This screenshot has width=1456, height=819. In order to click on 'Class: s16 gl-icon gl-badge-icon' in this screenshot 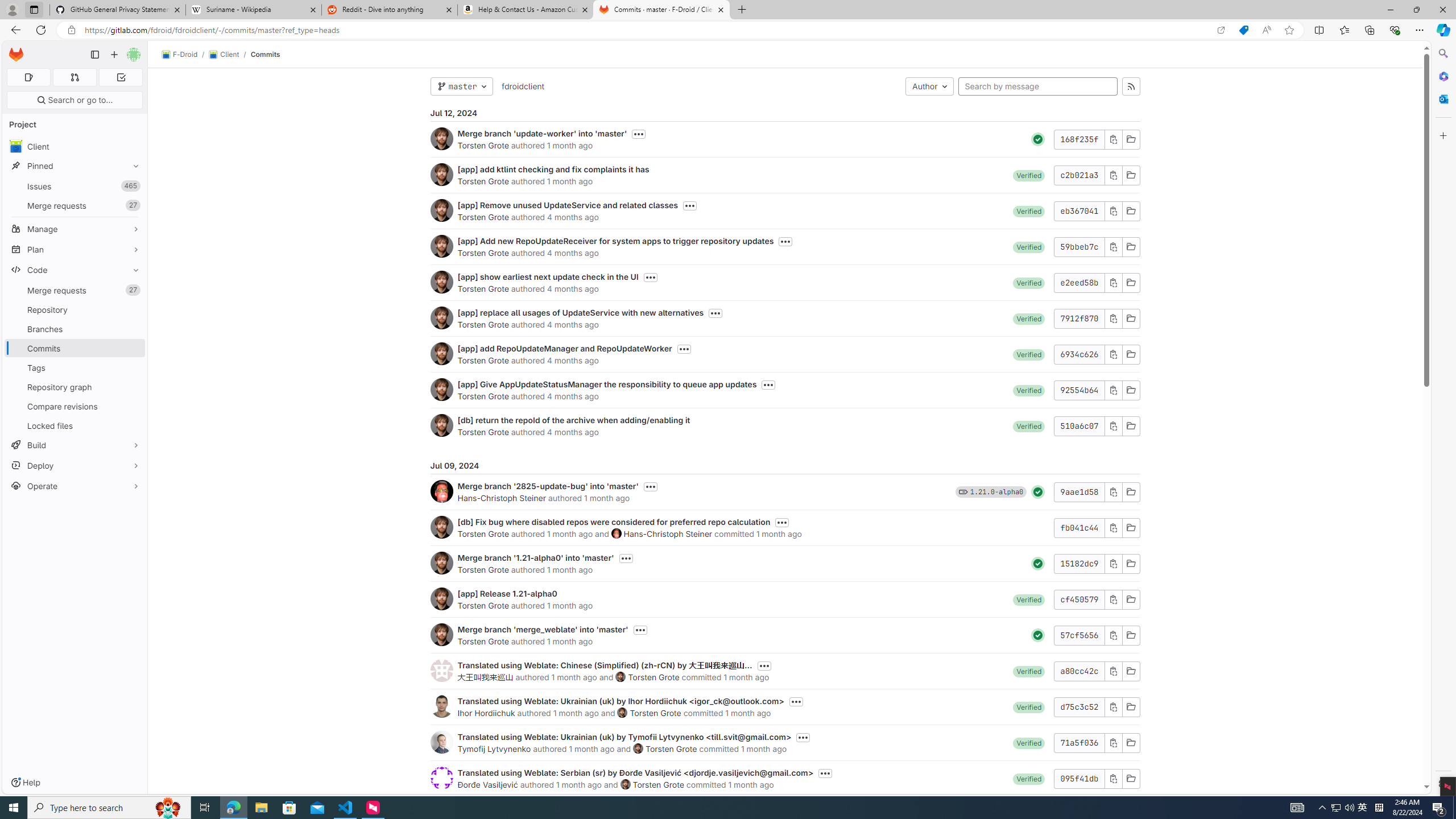, I will do `click(962, 491)`.